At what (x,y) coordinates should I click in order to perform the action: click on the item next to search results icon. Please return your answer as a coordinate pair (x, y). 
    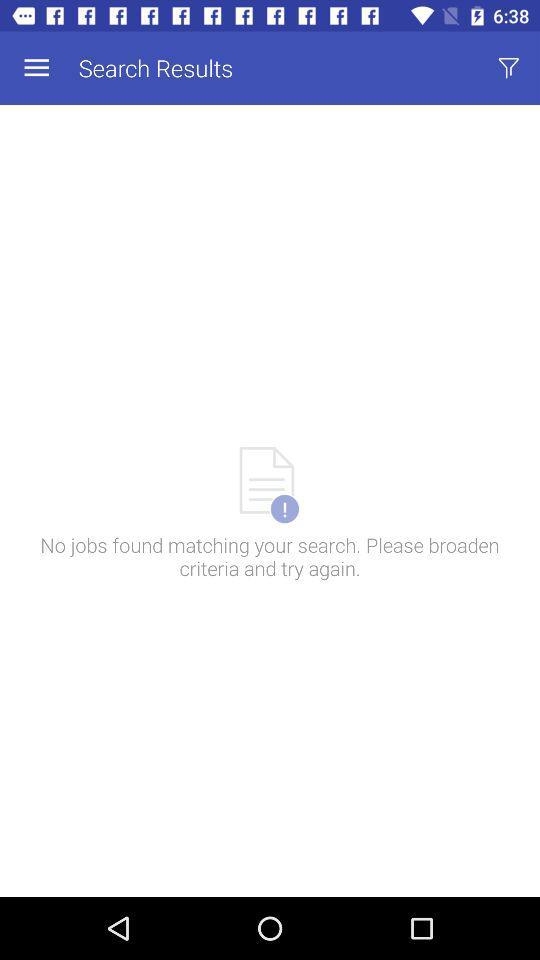
    Looking at the image, I should click on (36, 68).